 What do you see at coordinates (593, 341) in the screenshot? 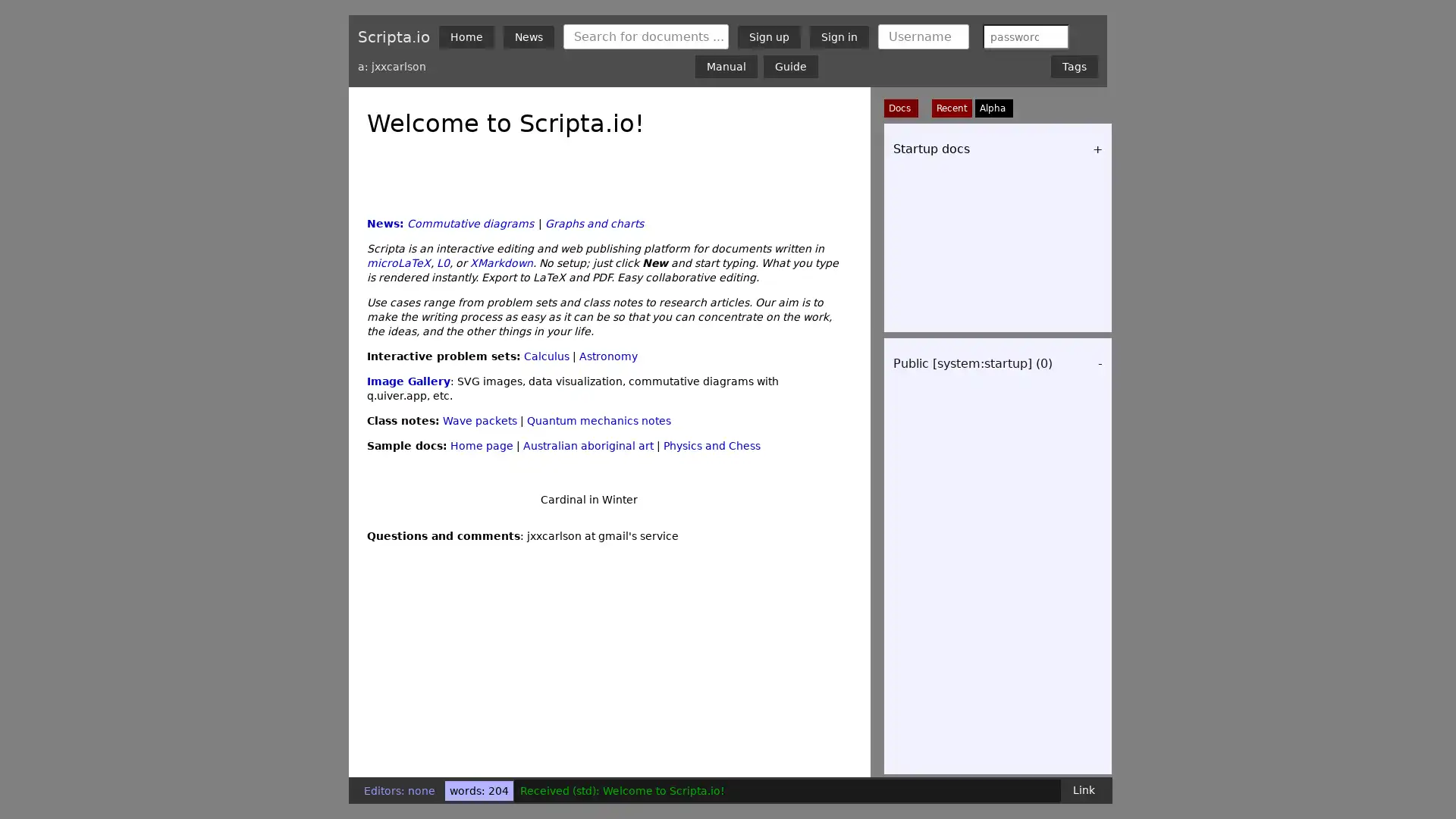
I see `Graphs and charts` at bounding box center [593, 341].